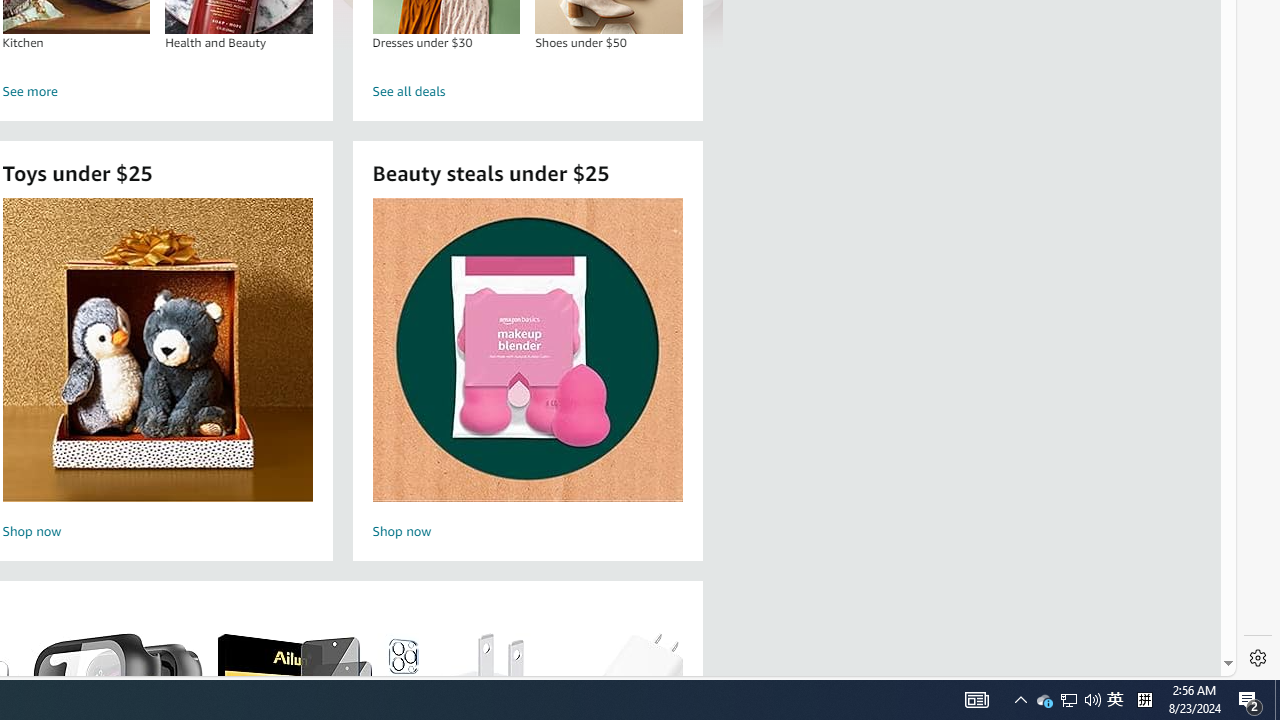 This screenshot has height=720, width=1280. Describe the element at coordinates (528, 92) in the screenshot. I see `'See all deals'` at that location.